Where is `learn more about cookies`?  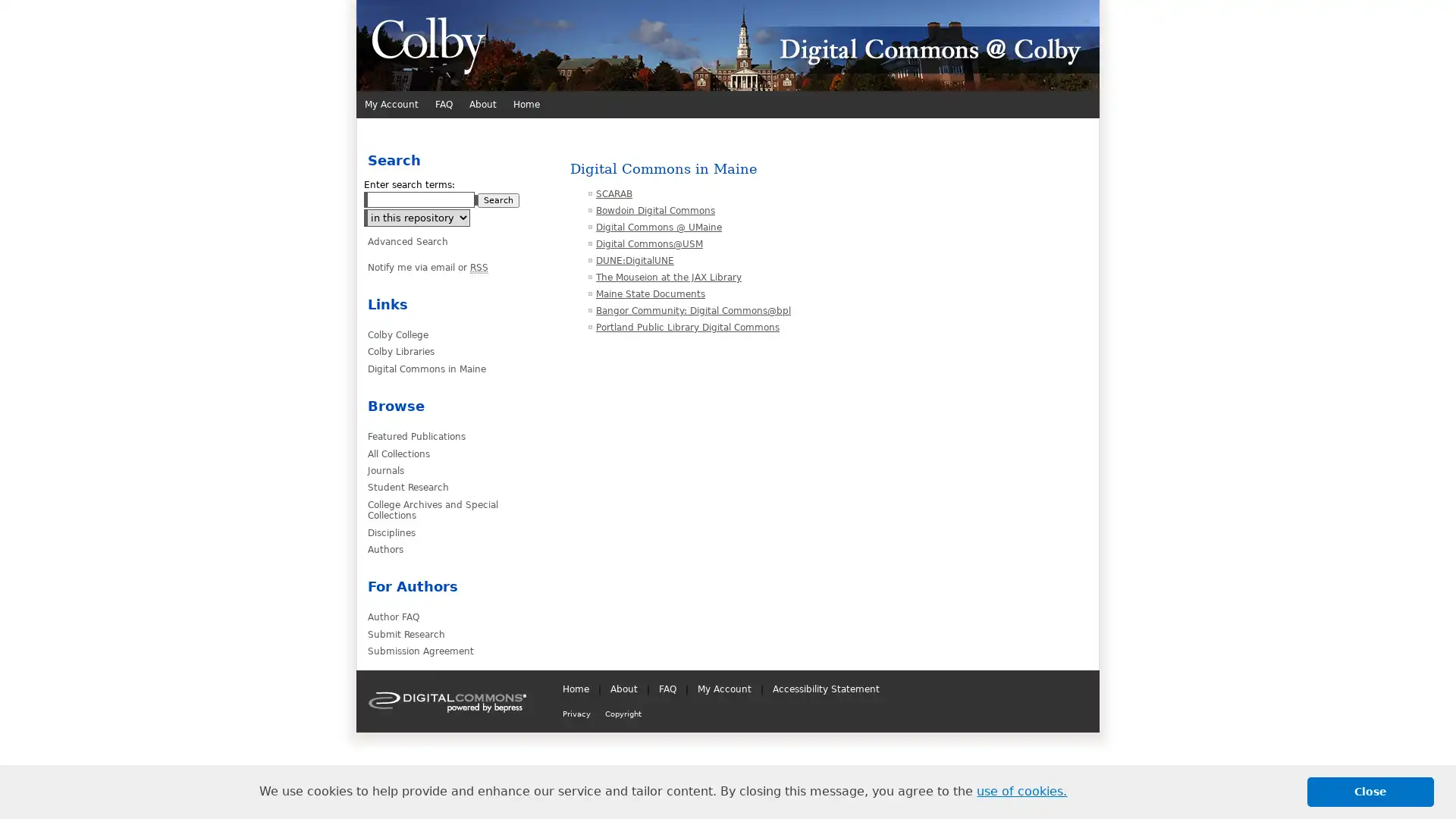 learn more about cookies is located at coordinates (1021, 791).